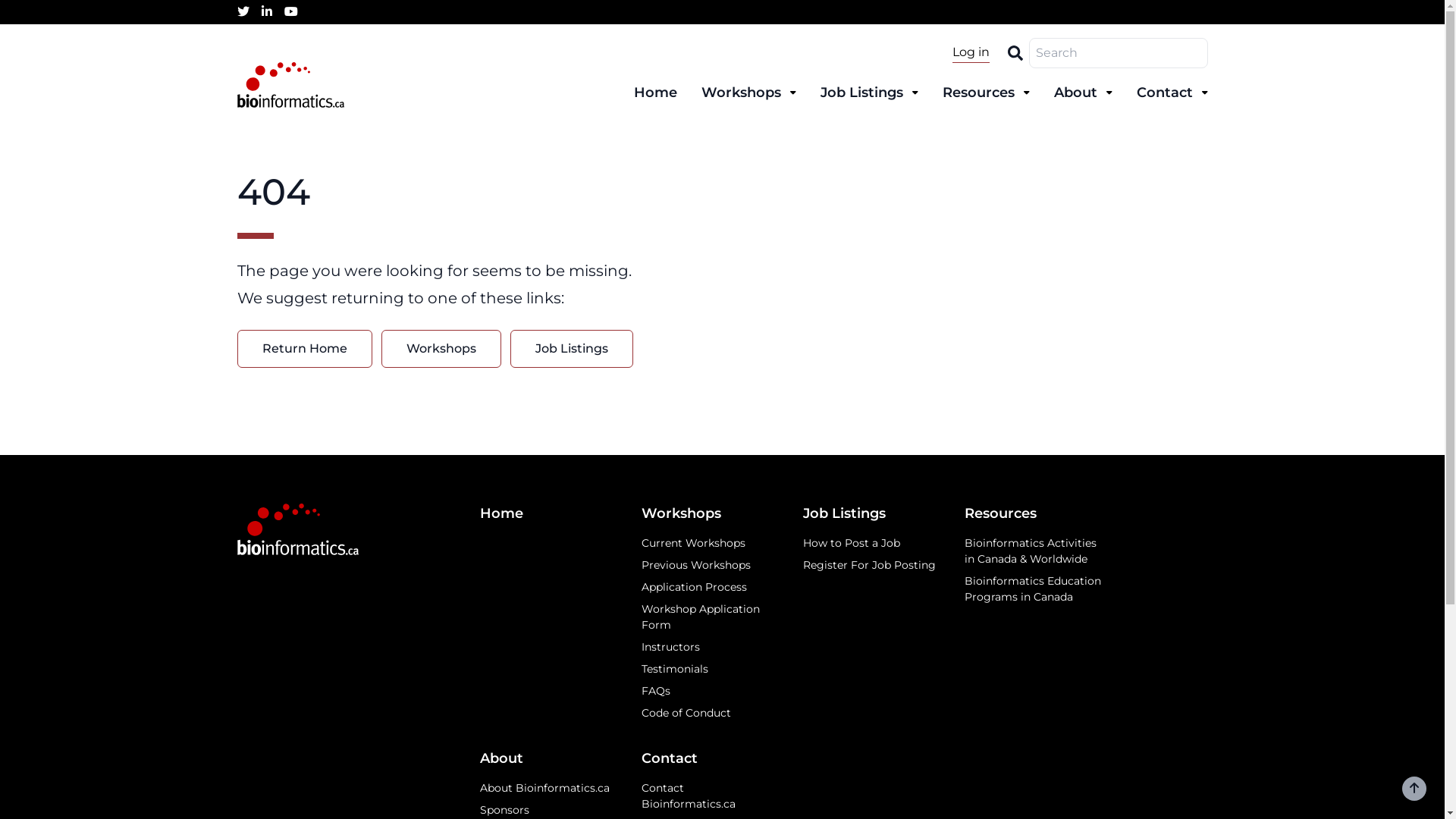 The image size is (1456, 819). Describe the element at coordinates (802, 565) in the screenshot. I see `'Register For Job Posting'` at that location.